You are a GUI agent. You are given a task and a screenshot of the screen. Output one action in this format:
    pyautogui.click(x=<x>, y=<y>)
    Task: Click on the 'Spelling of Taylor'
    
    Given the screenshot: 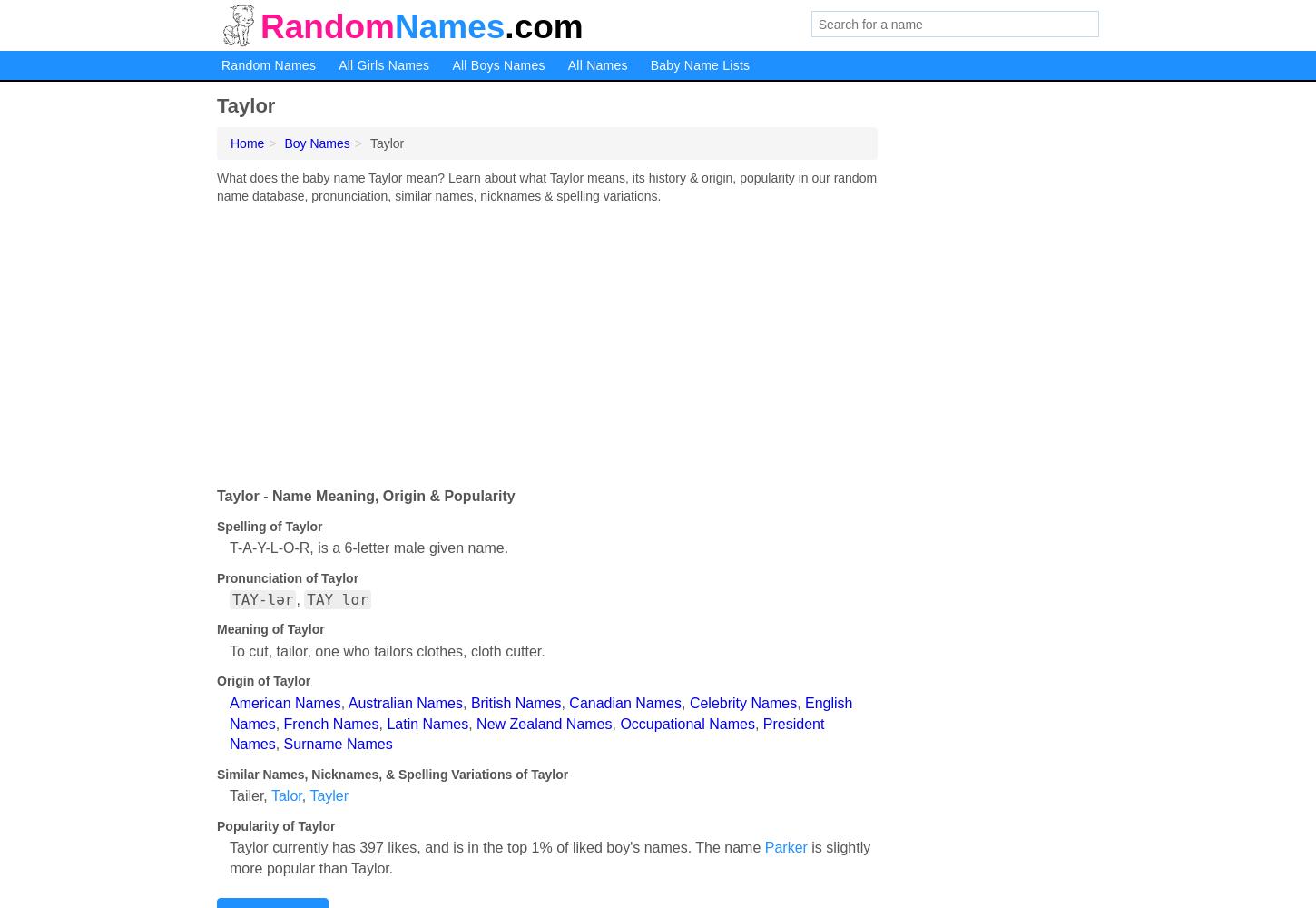 What is the action you would take?
    pyautogui.click(x=215, y=525)
    